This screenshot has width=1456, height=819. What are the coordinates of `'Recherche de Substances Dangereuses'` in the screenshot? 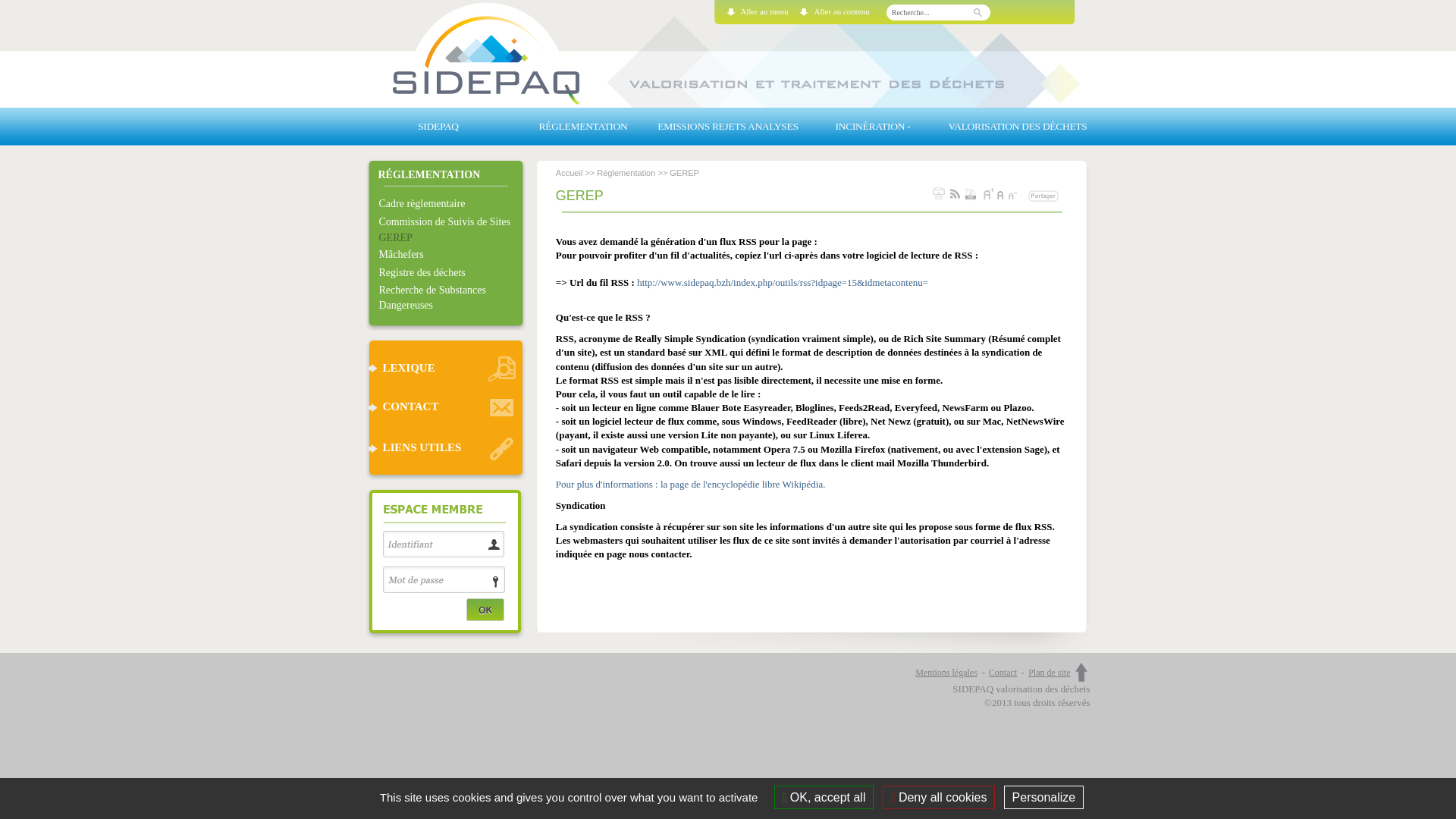 It's located at (378, 297).